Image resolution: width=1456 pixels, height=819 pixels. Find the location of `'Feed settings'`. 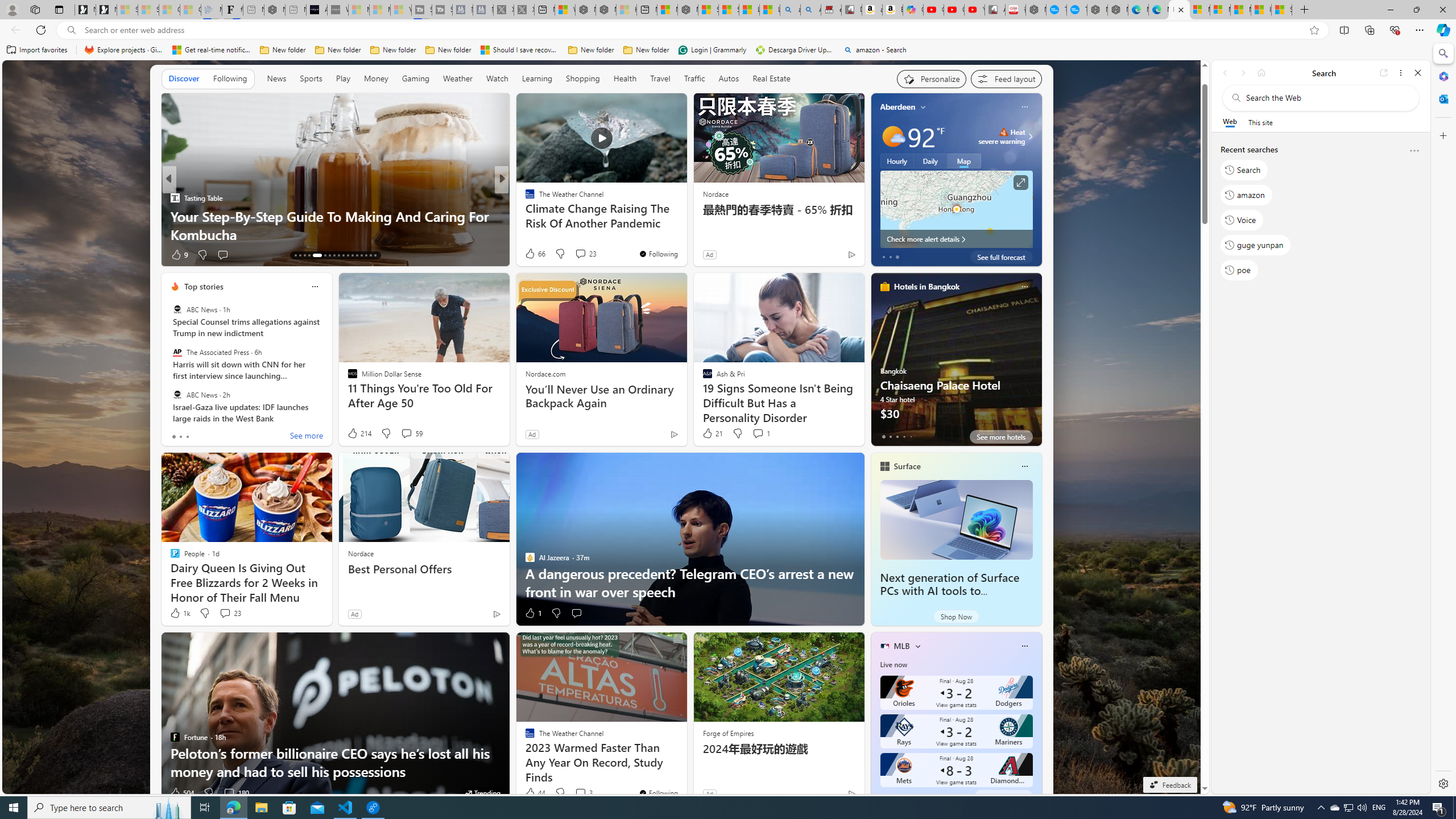

'Feed settings' is located at coordinates (1006, 78).